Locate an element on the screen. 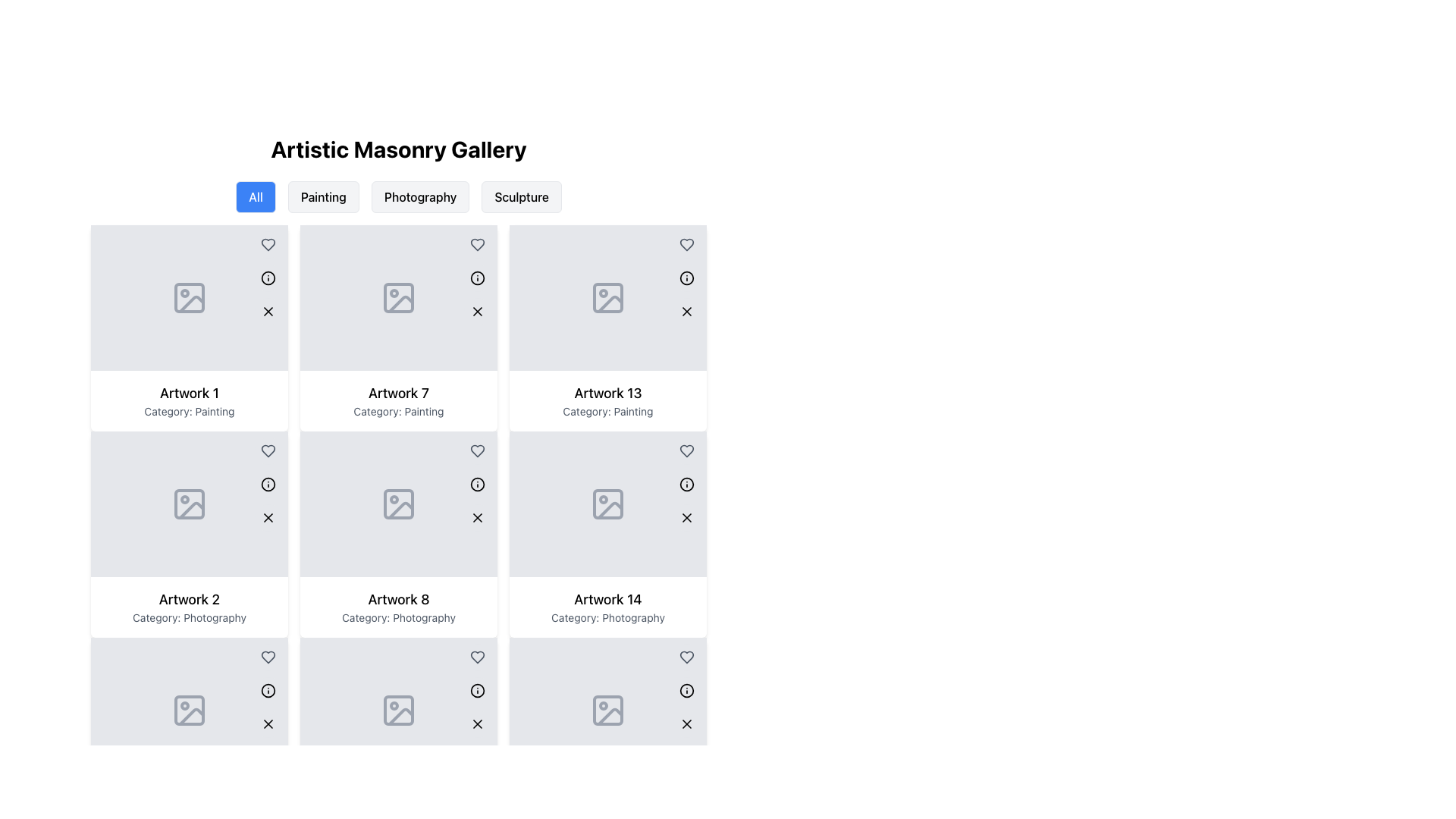 This screenshot has height=819, width=1456. the close button in the bottom right corner of the third column's fourth card labeled 'Artwork 14' is located at coordinates (686, 723).